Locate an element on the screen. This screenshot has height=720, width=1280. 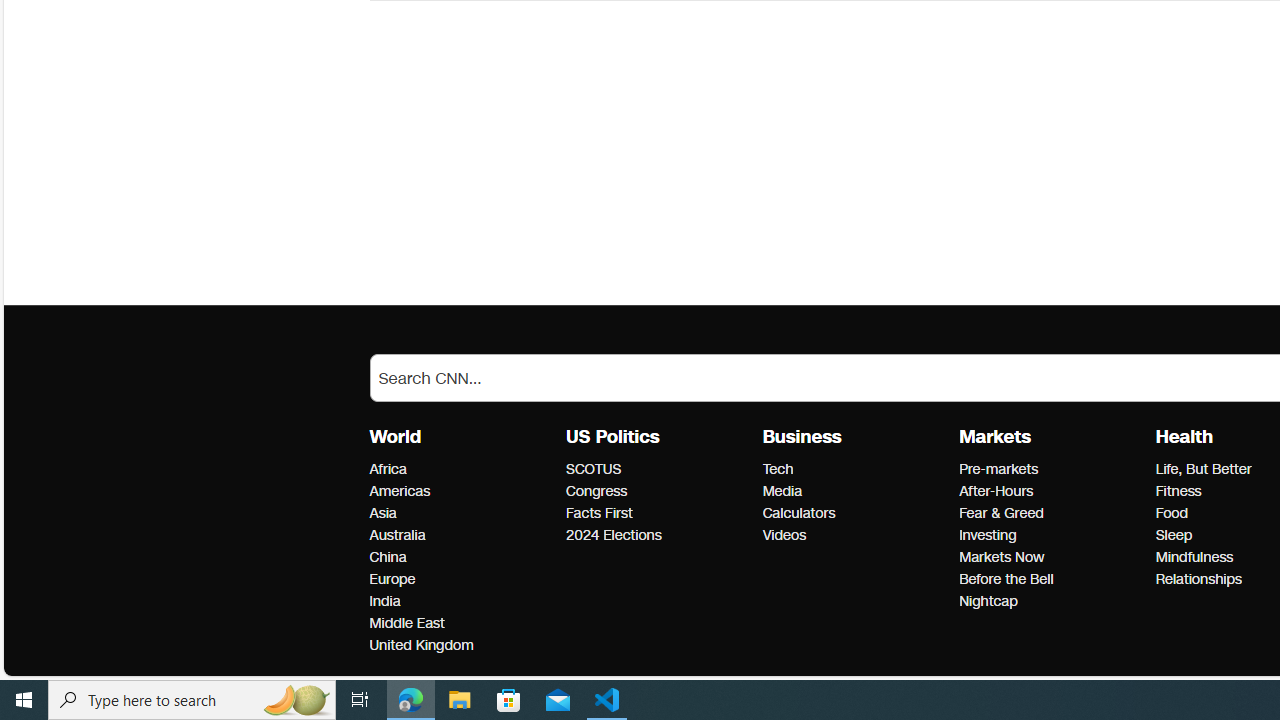
'Calculators' is located at coordinates (855, 512).